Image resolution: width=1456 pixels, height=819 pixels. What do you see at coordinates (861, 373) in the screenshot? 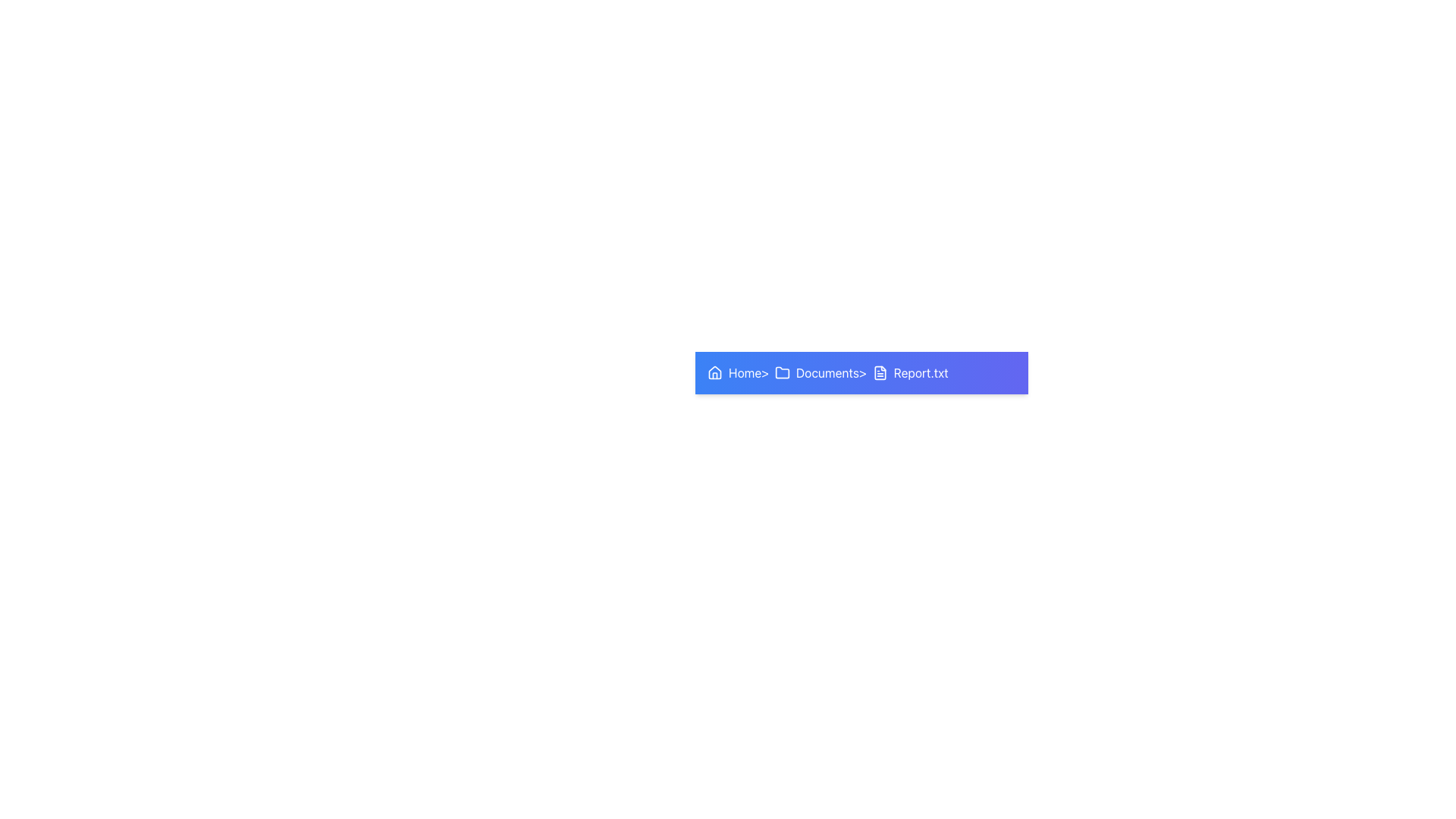
I see `the Breadcrumb Navigation Bar, which features a gradient background and includes the links 'Home', 'Documents', and 'Report.txt'` at bounding box center [861, 373].